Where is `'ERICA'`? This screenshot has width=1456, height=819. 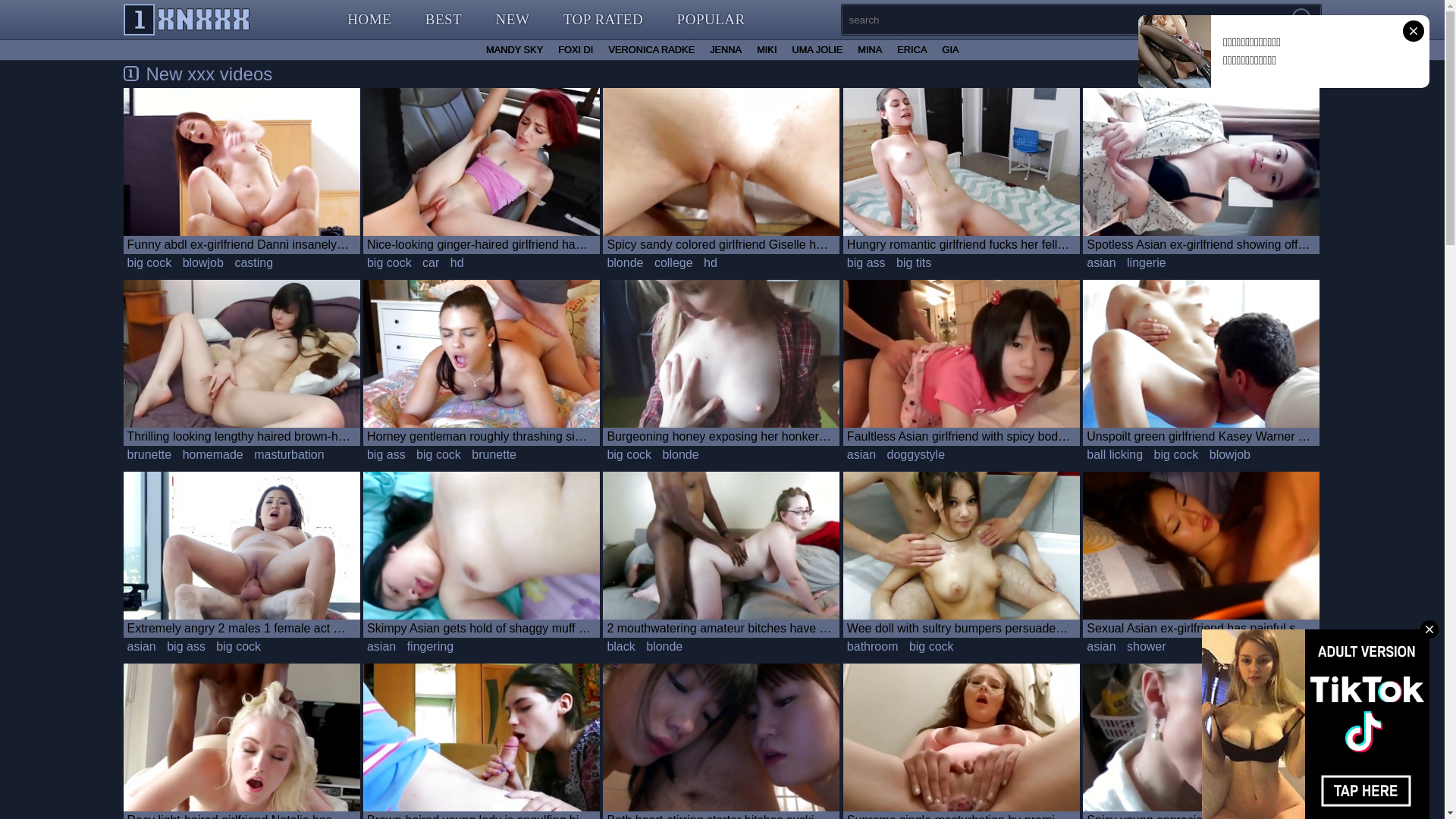
'ERICA' is located at coordinates (911, 49).